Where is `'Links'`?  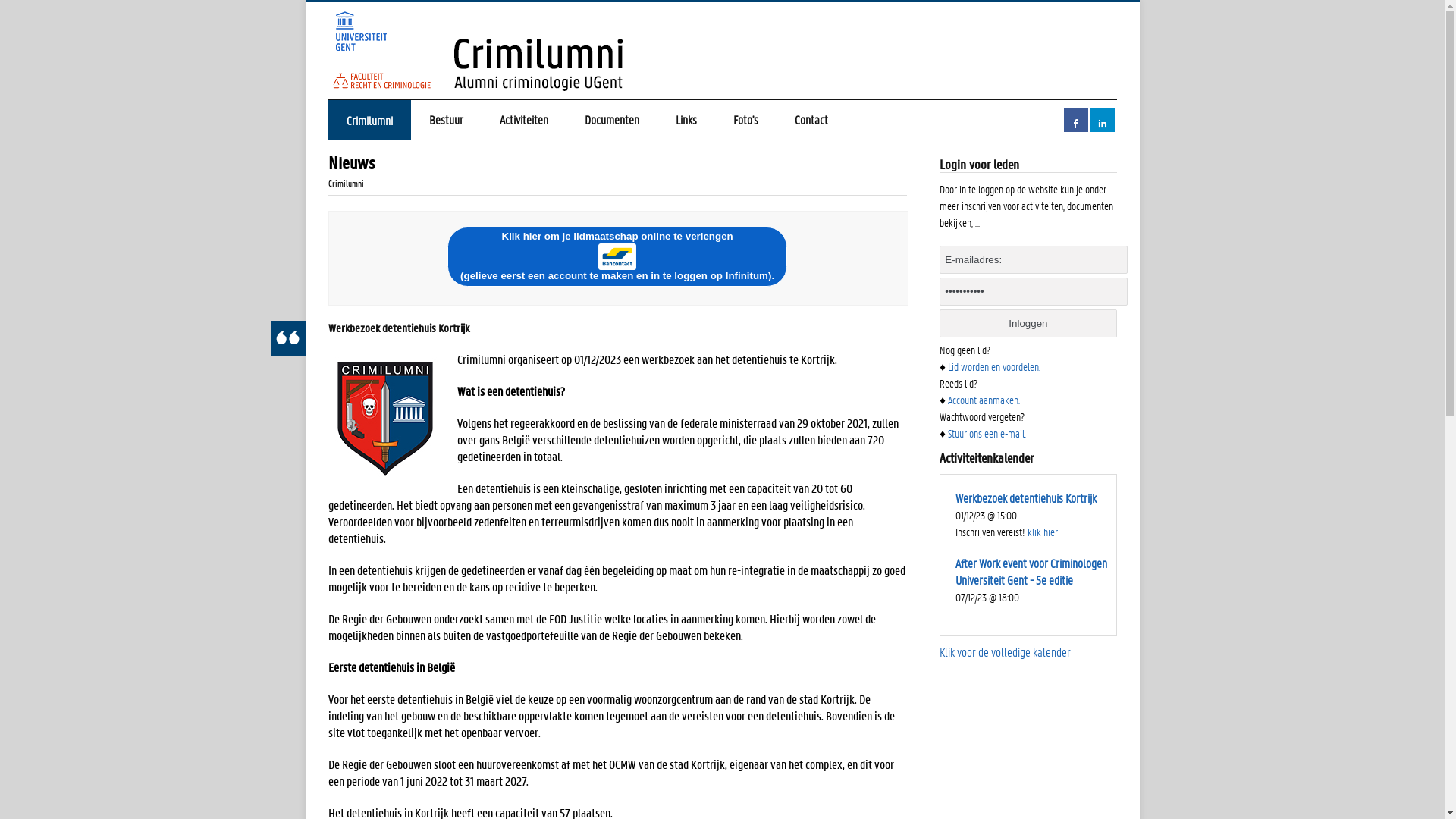
'Links' is located at coordinates (684, 119).